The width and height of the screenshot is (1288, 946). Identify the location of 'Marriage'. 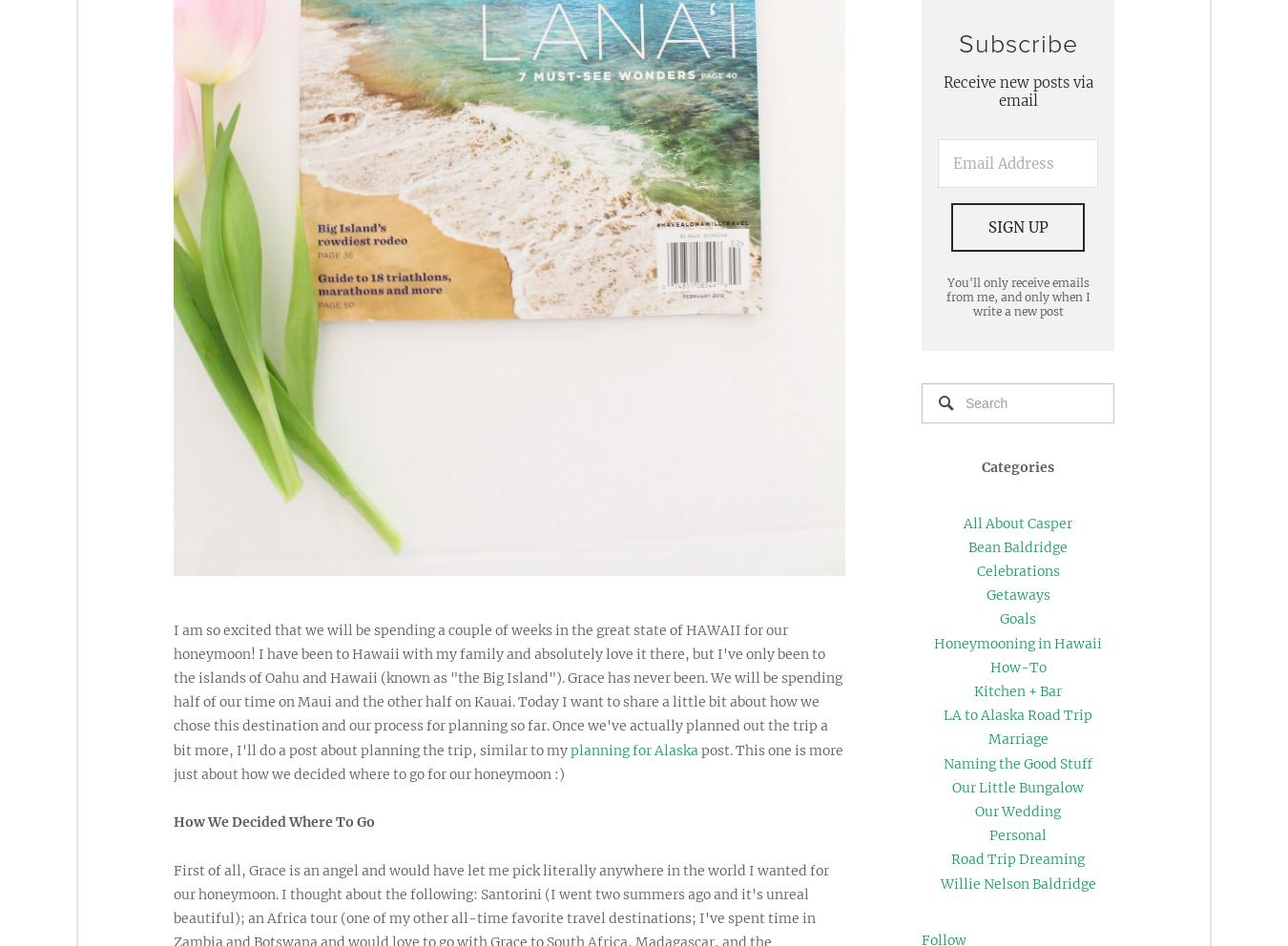
(1017, 737).